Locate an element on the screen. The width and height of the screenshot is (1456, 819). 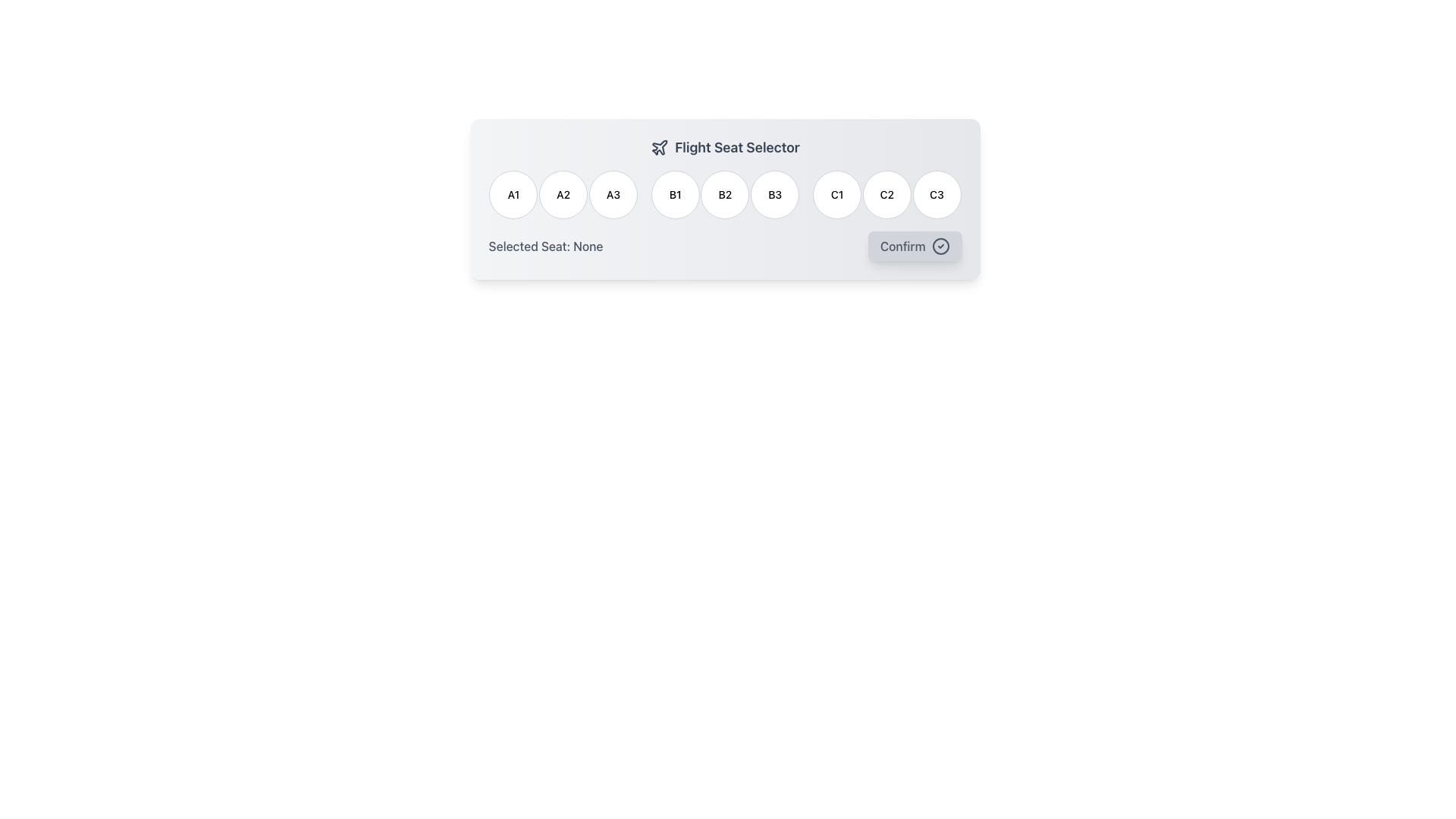
the circular SVG graphical shape located within the Confirm button area at the bottom-right of the interface is located at coordinates (940, 245).